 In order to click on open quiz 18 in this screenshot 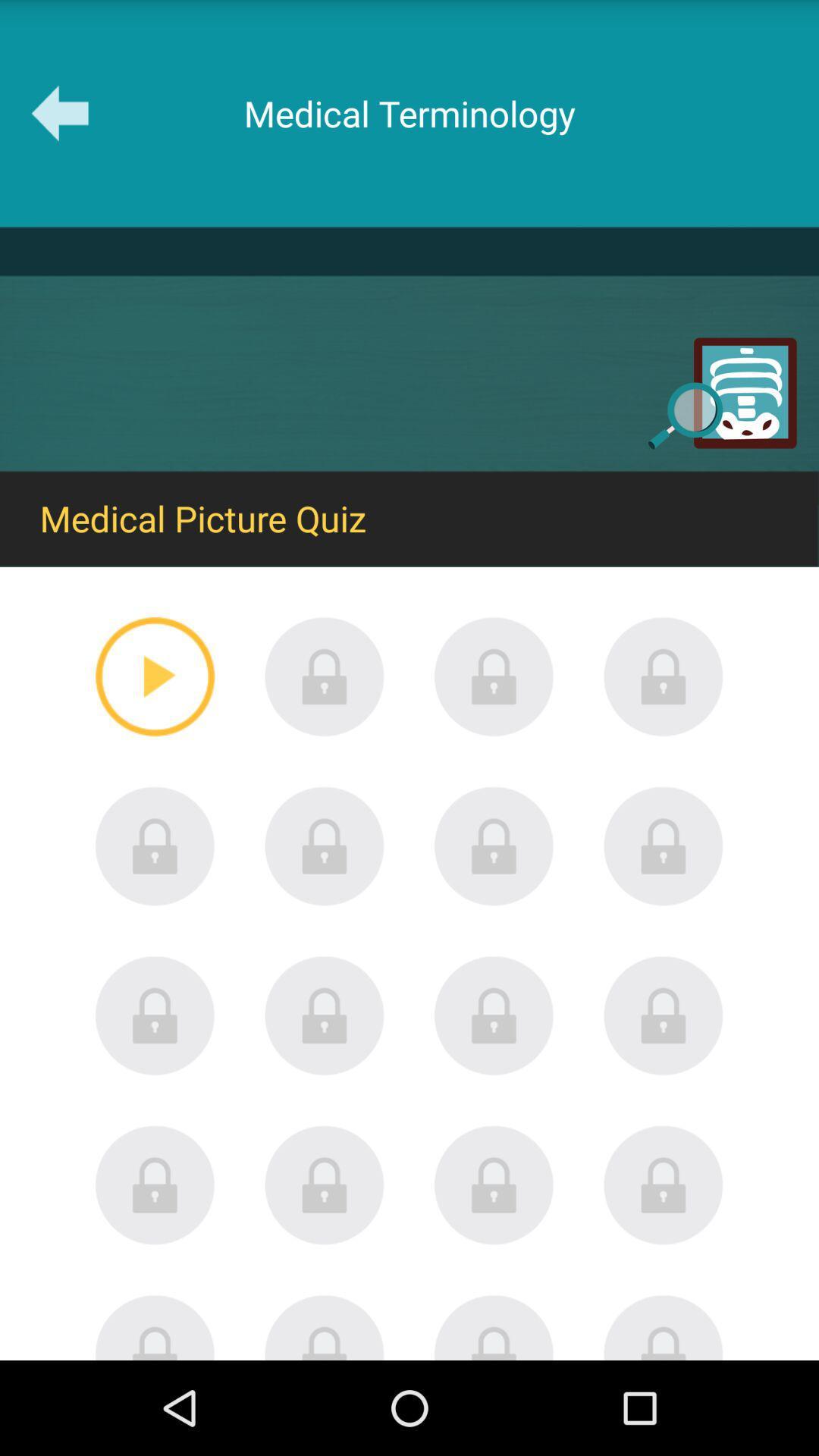, I will do `click(324, 1326)`.